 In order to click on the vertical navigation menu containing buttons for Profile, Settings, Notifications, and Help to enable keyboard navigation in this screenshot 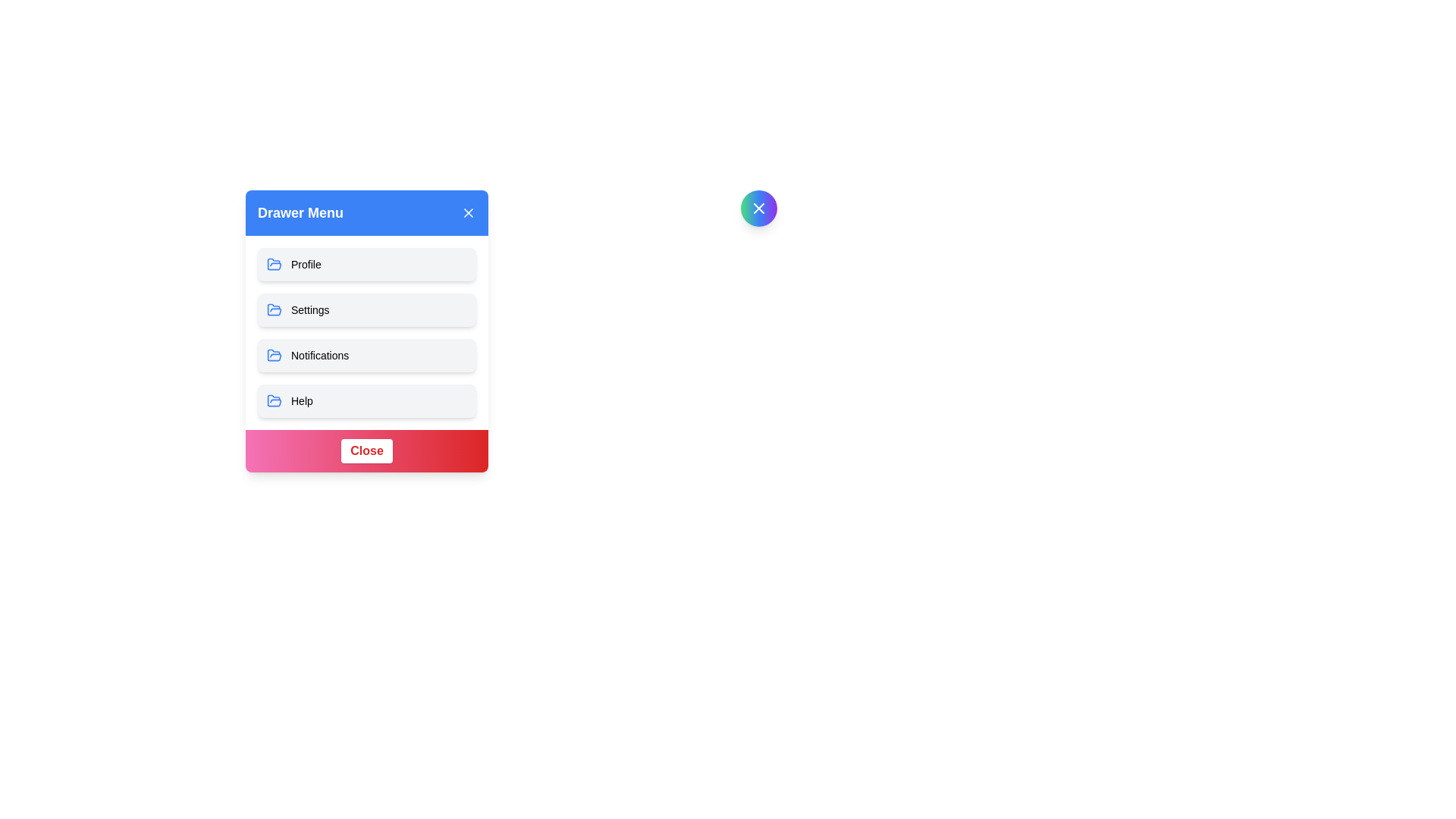, I will do `click(367, 332)`.